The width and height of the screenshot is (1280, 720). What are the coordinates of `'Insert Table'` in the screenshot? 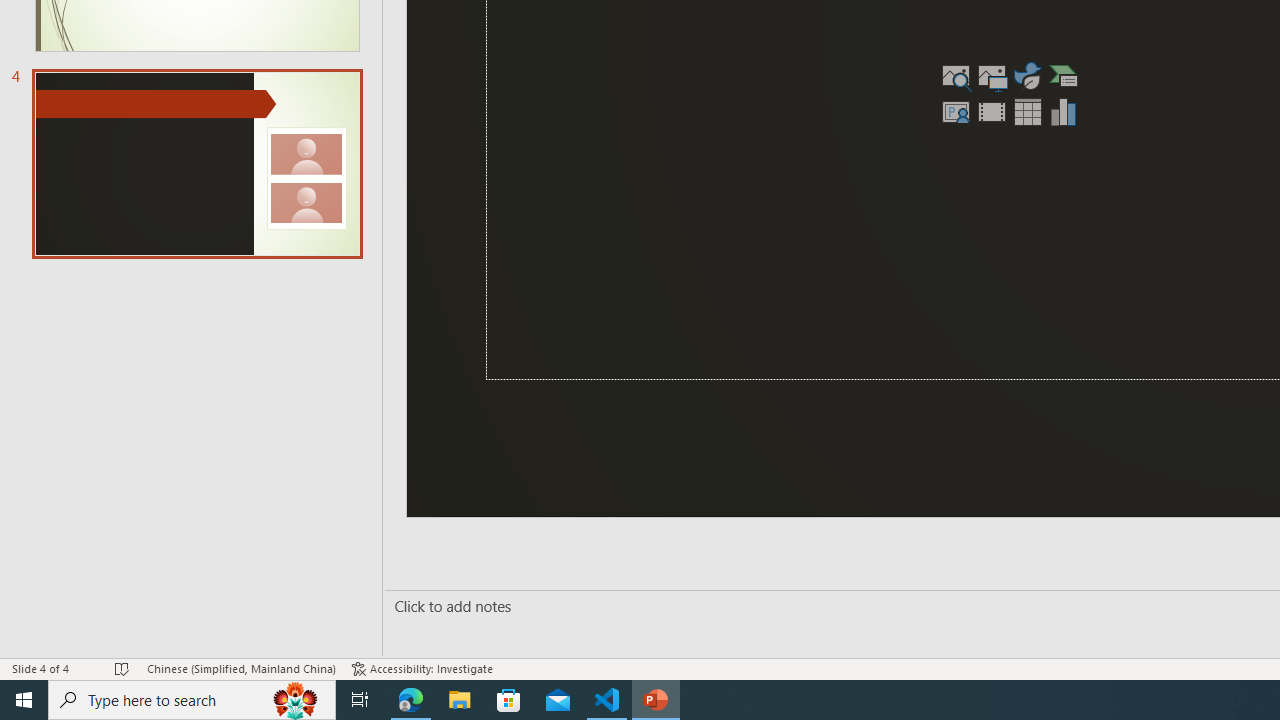 It's located at (1028, 111).